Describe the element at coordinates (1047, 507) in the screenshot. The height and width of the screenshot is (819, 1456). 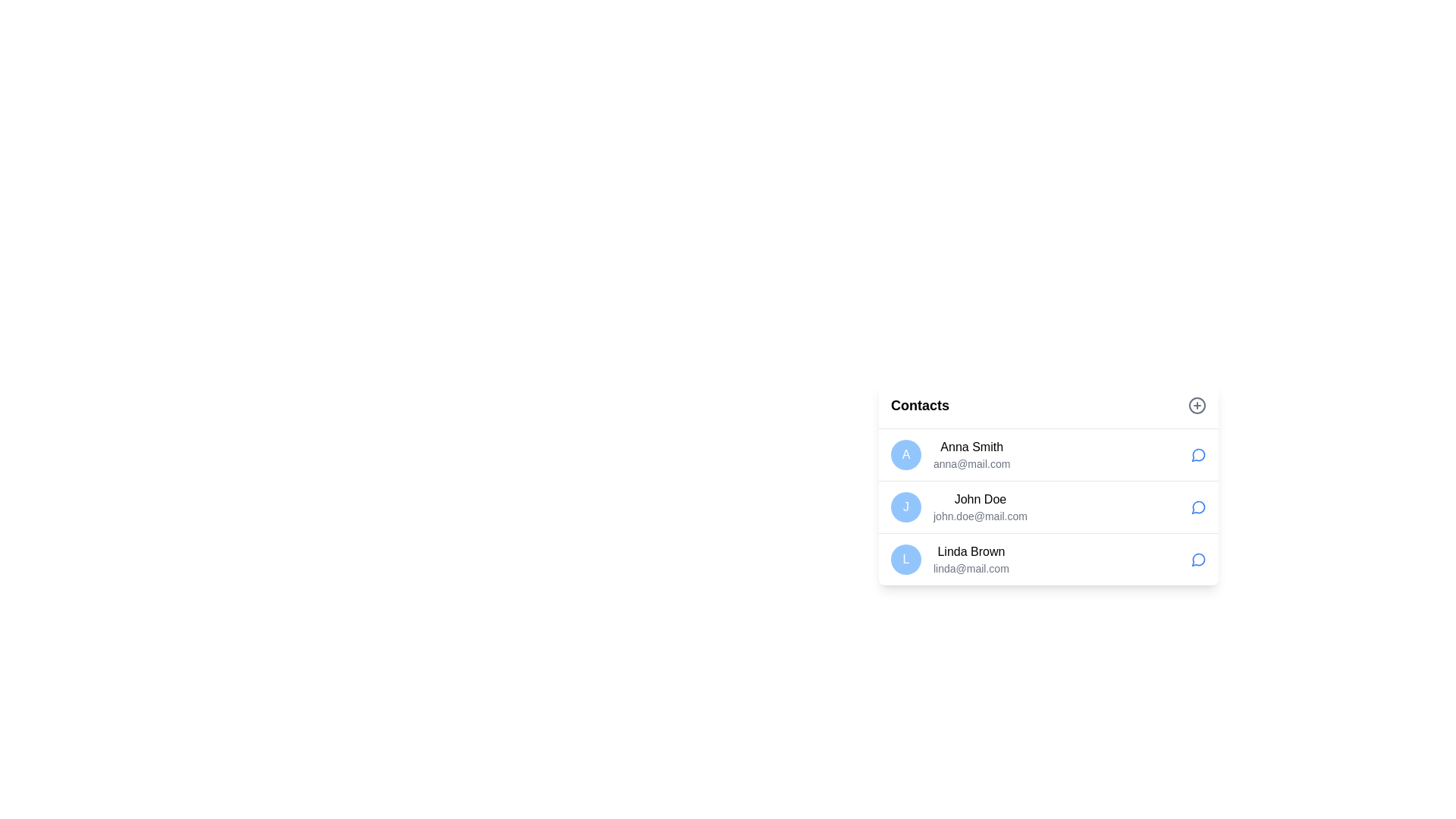
I see `the second contact list item displaying information about John Doe in the 'Contacts' panel` at that location.